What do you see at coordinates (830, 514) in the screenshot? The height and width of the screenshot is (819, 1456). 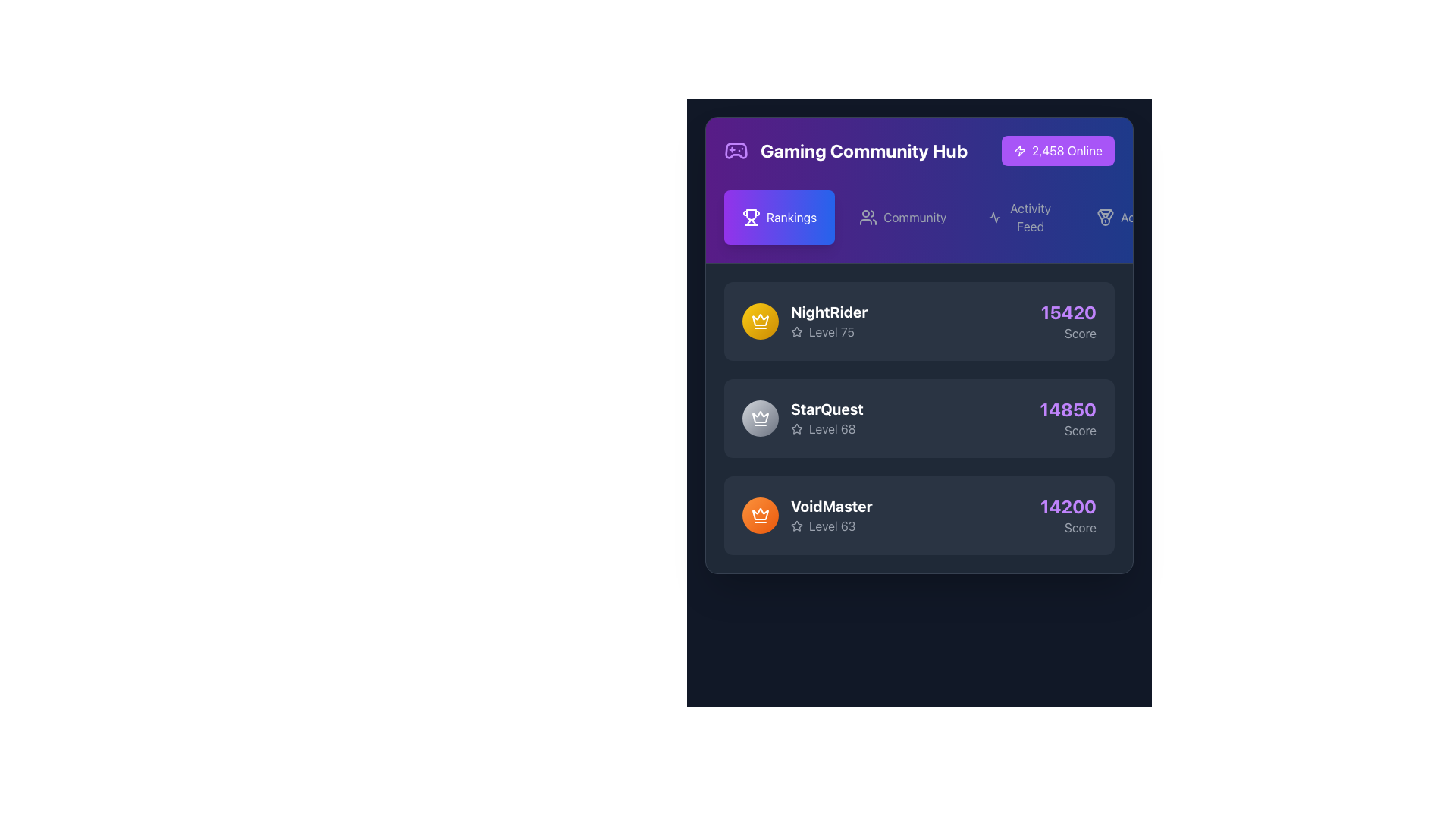 I see `the Text Display showing the username 'VoidMaster' located in the leaderboard section, specifically in the third position below 'StarQuest Level 68'` at bounding box center [830, 514].